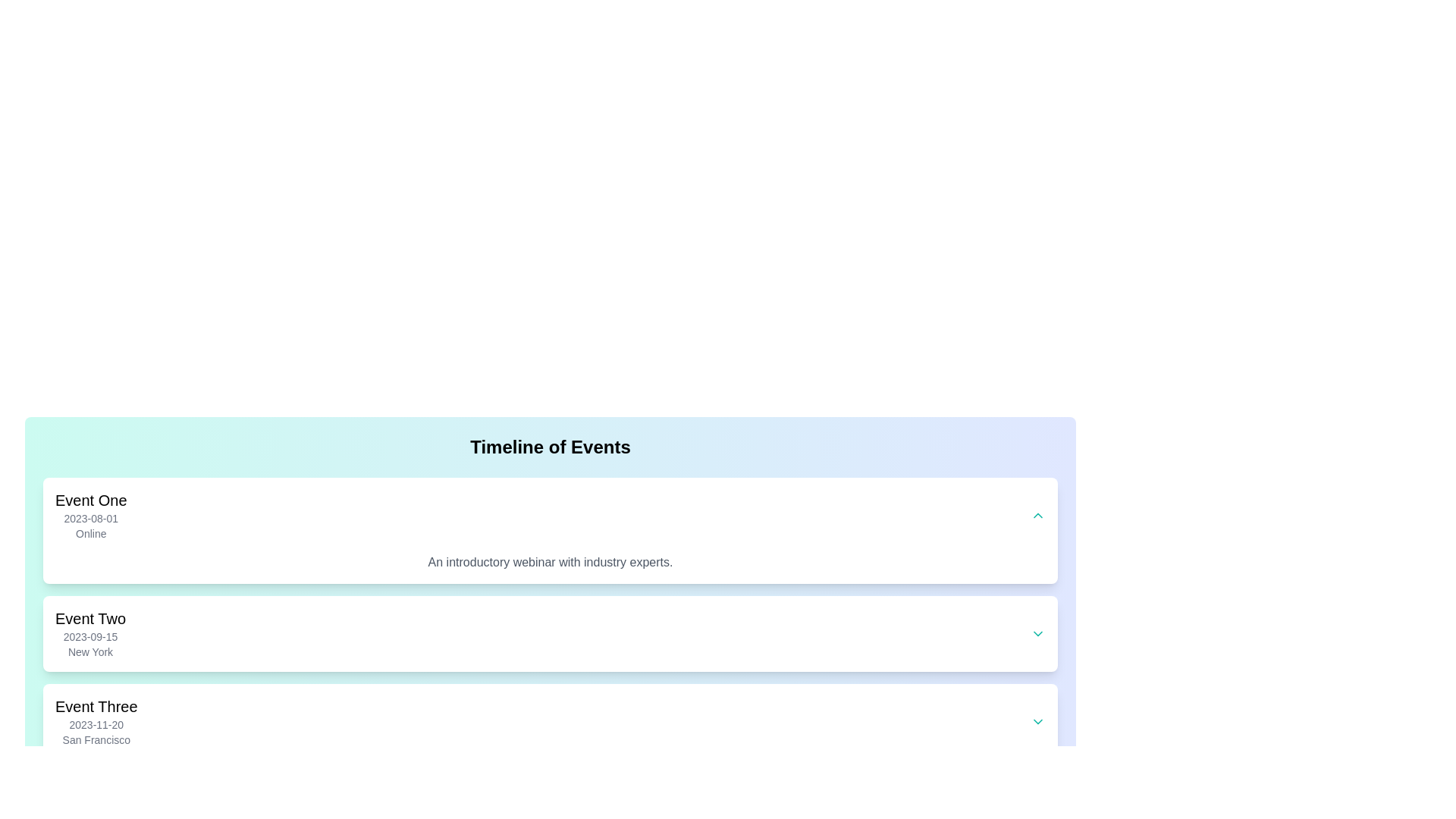 Image resolution: width=1456 pixels, height=819 pixels. What do you see at coordinates (1037, 514) in the screenshot?
I see `the Arrow Icon at the end of the 'Event One' section` at bounding box center [1037, 514].